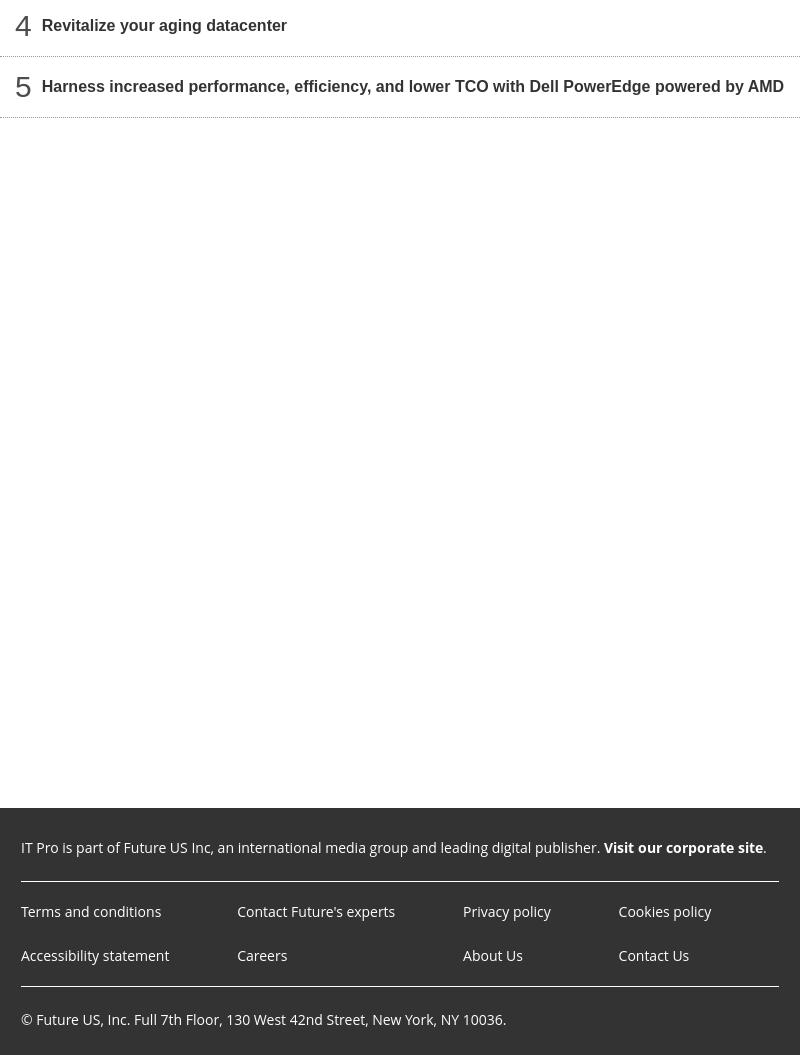  What do you see at coordinates (412, 85) in the screenshot?
I see `'Harness increased performance, efficiency, and lower TCO with Dell PowerEdge powered by AMD'` at bounding box center [412, 85].